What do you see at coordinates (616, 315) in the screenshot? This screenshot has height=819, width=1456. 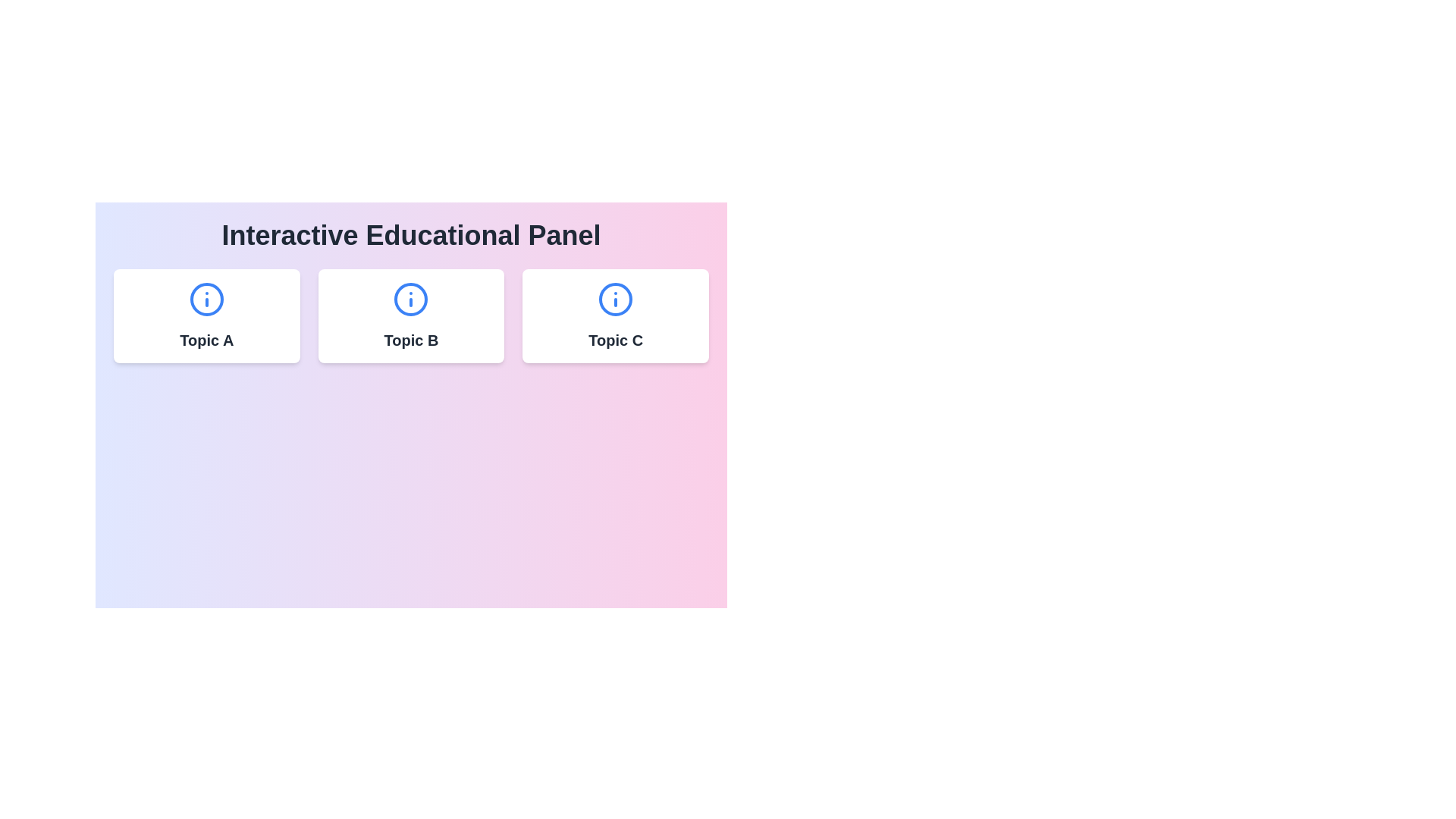 I see `the white card with a centered blue information icon and the text 'Topic C', which is the farthest right in a row of three horizontally aligned cards` at bounding box center [616, 315].